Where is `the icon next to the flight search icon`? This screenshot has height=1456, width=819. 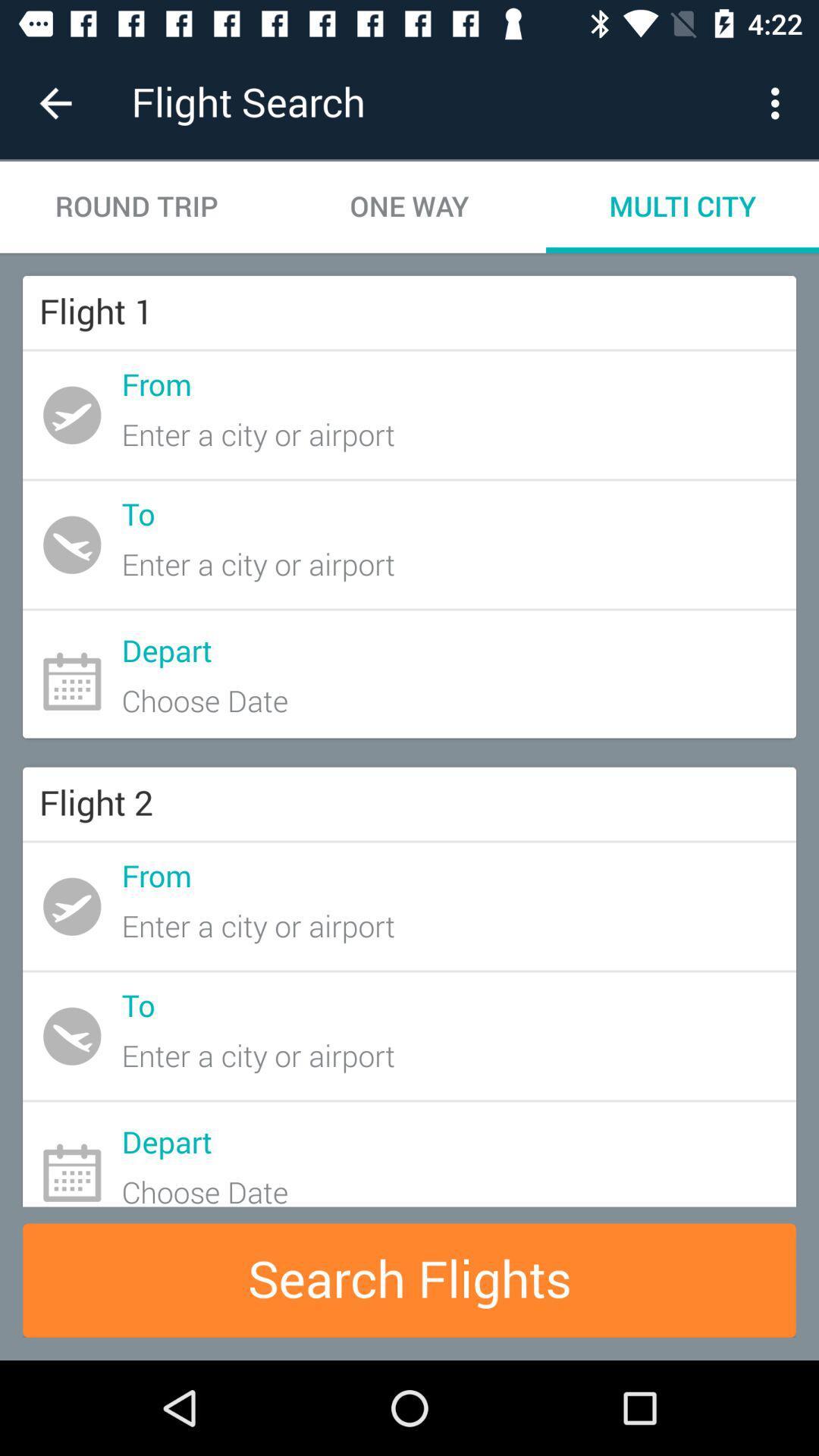 the icon next to the flight search icon is located at coordinates (55, 102).